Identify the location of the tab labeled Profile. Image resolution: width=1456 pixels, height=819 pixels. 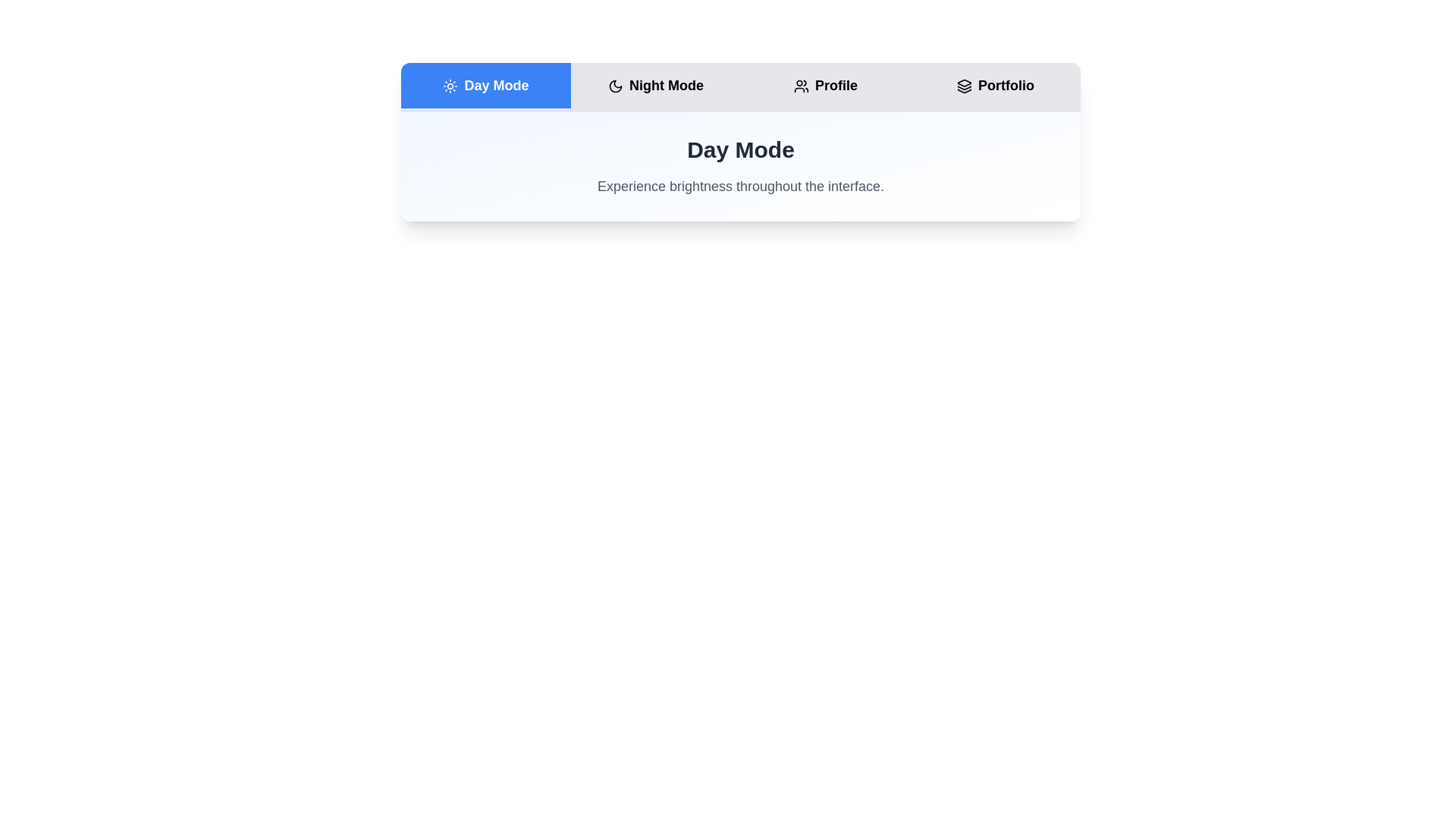
(825, 85).